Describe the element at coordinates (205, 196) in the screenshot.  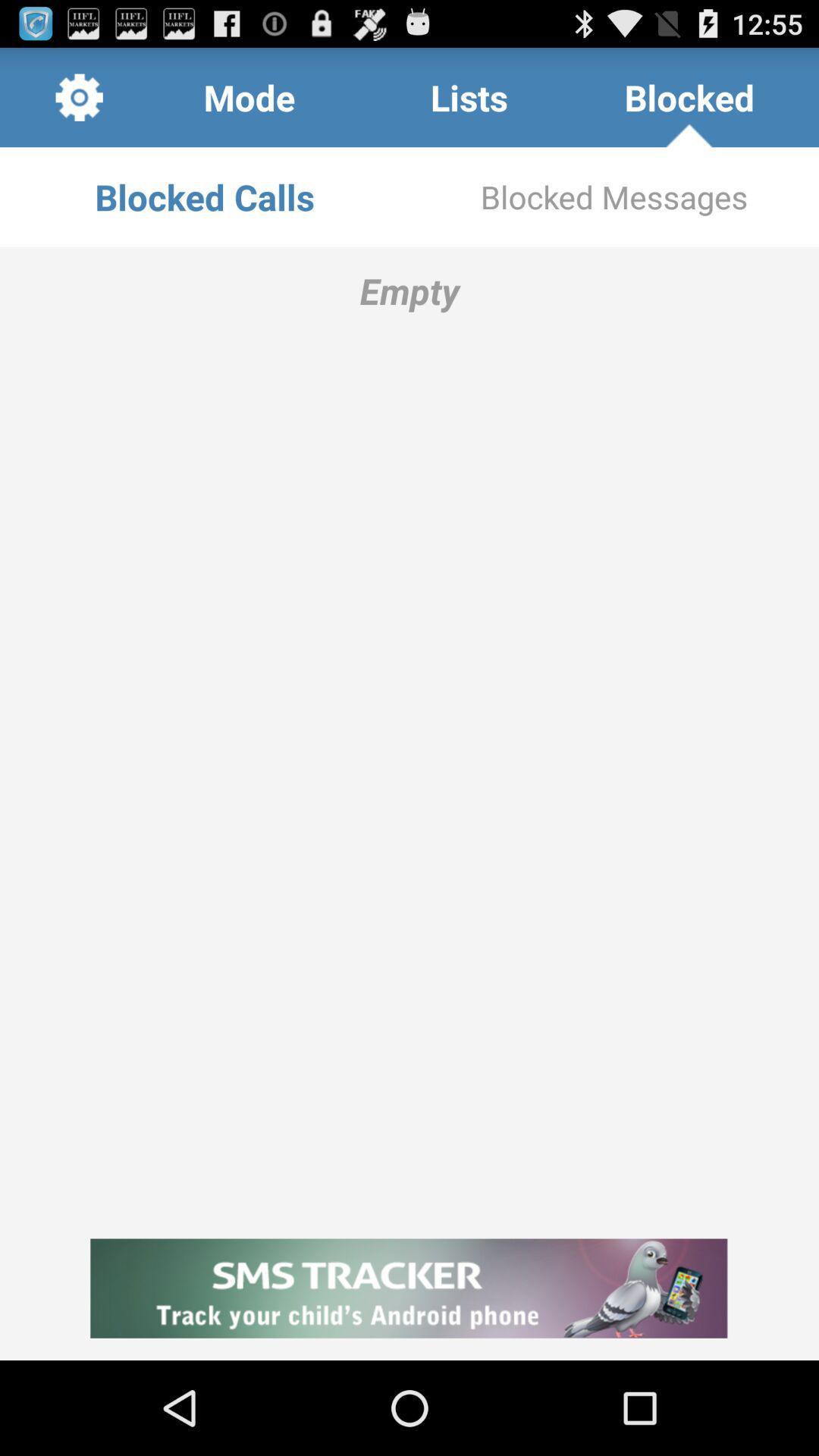
I see `the blocked calls item` at that location.